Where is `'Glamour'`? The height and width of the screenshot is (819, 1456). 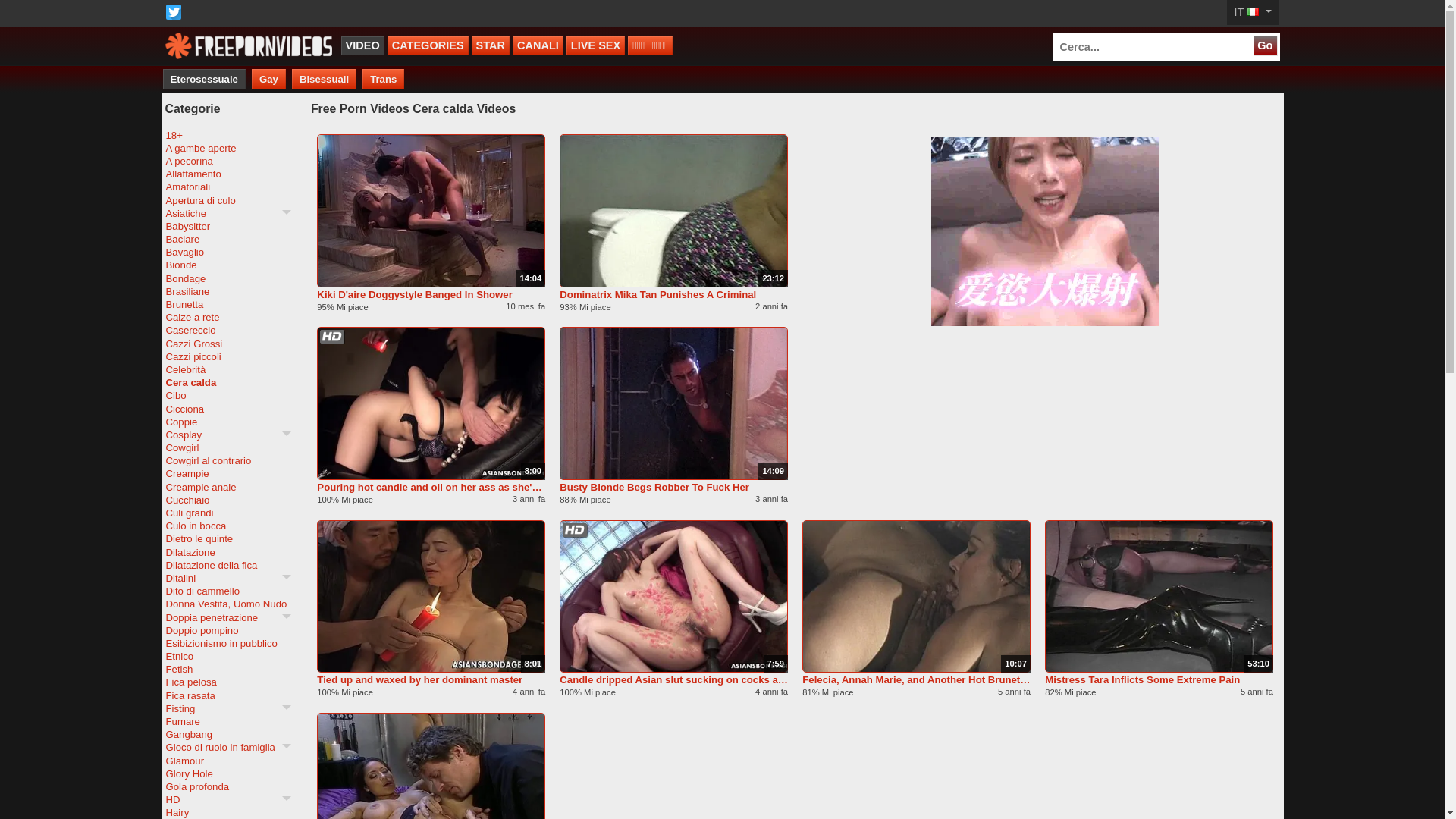
'Glamour' is located at coordinates (227, 761).